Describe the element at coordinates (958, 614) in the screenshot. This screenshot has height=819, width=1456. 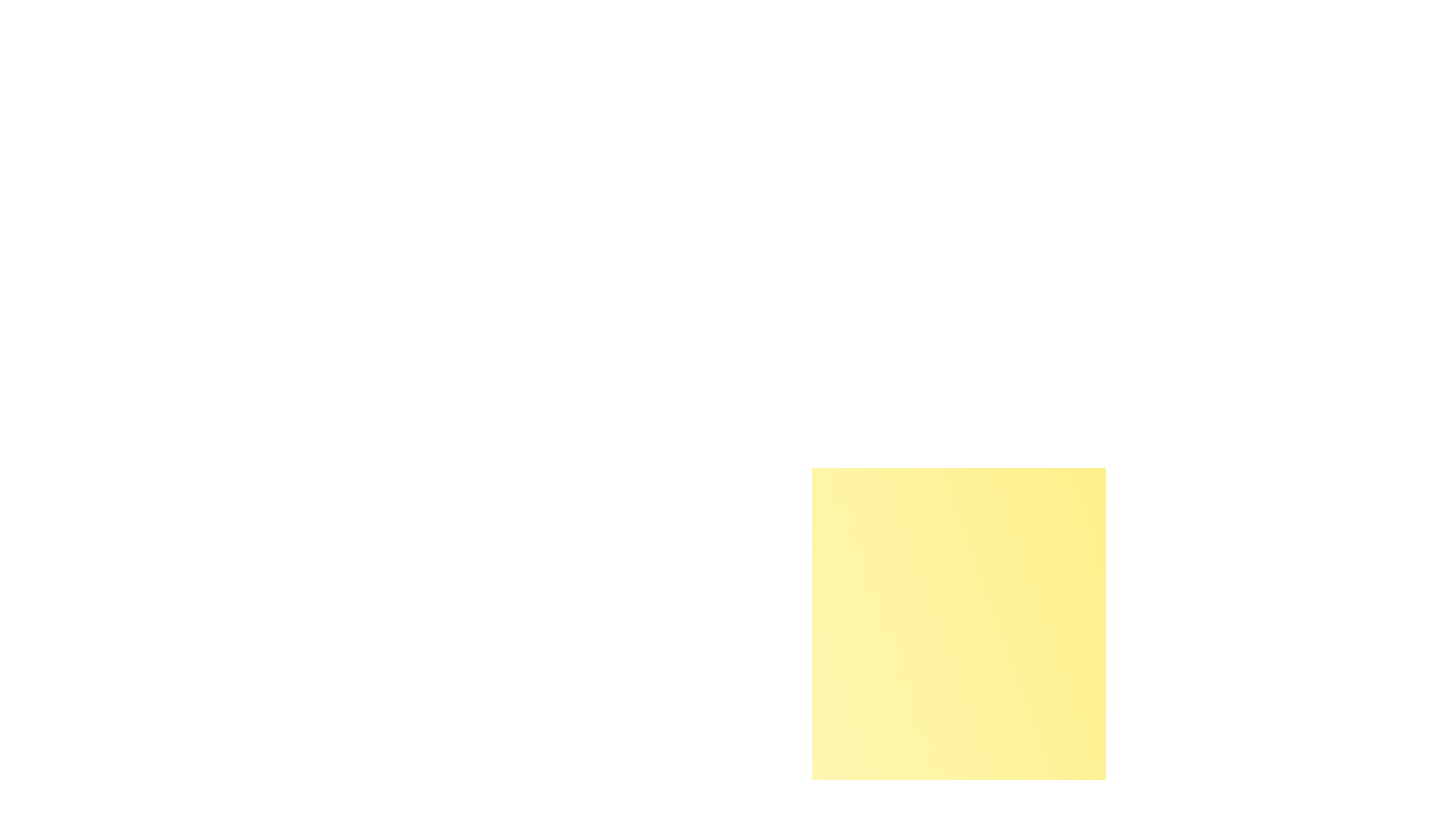
I see `the central square popup modal with a pale yellow gradient background to interact` at that location.